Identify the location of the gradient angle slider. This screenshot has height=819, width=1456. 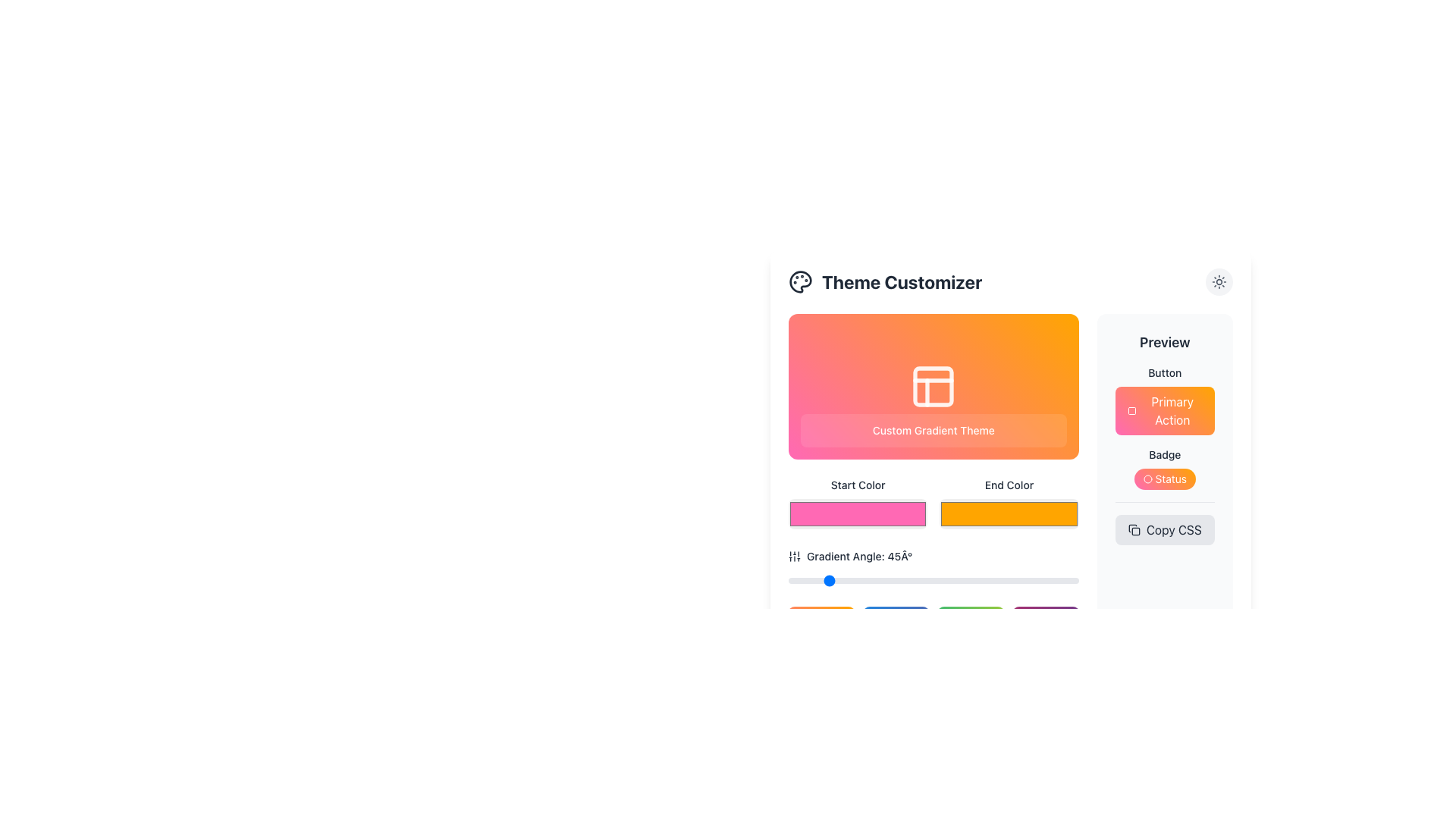
(879, 580).